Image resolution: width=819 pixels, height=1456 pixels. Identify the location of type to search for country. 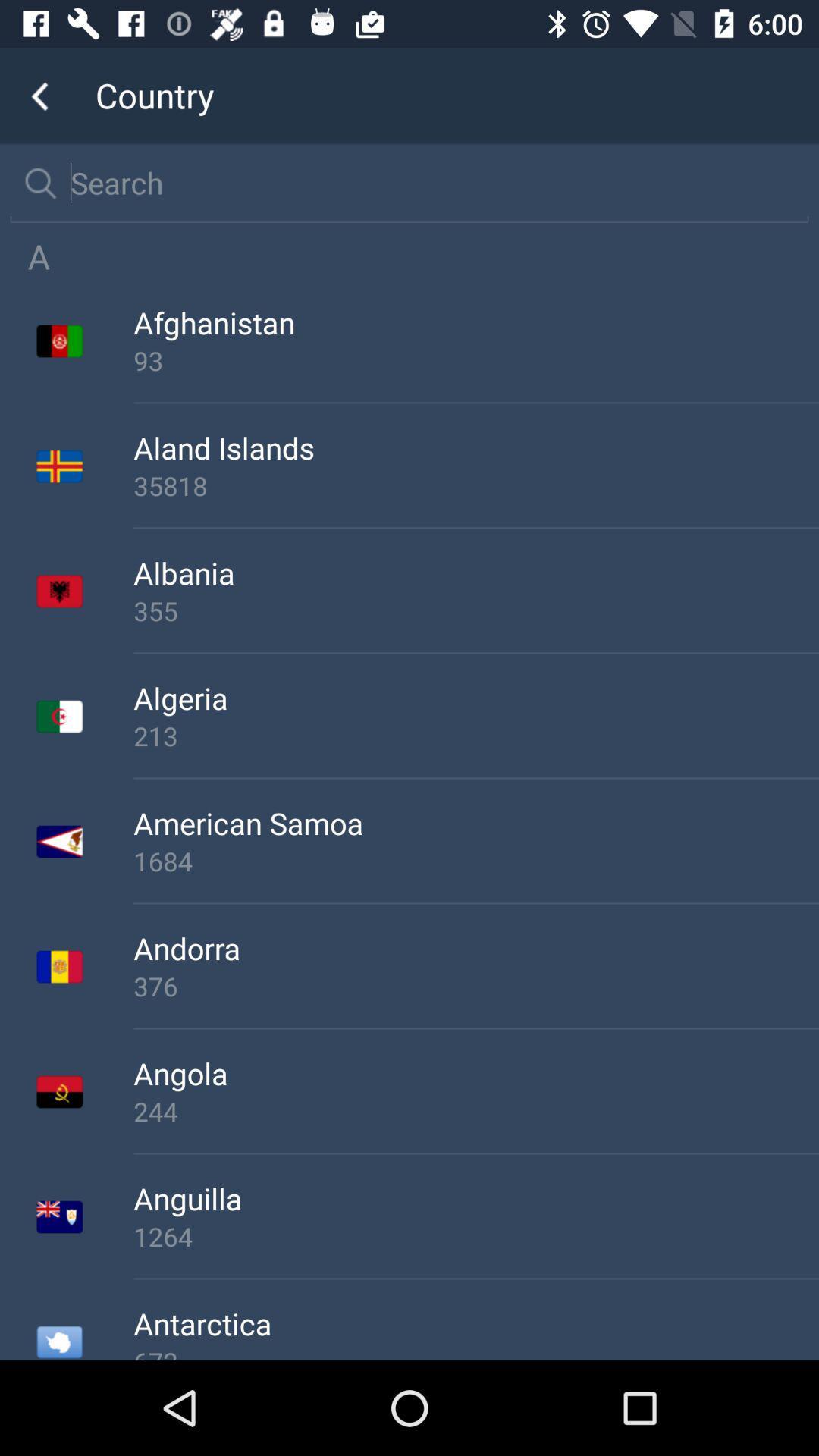
(429, 182).